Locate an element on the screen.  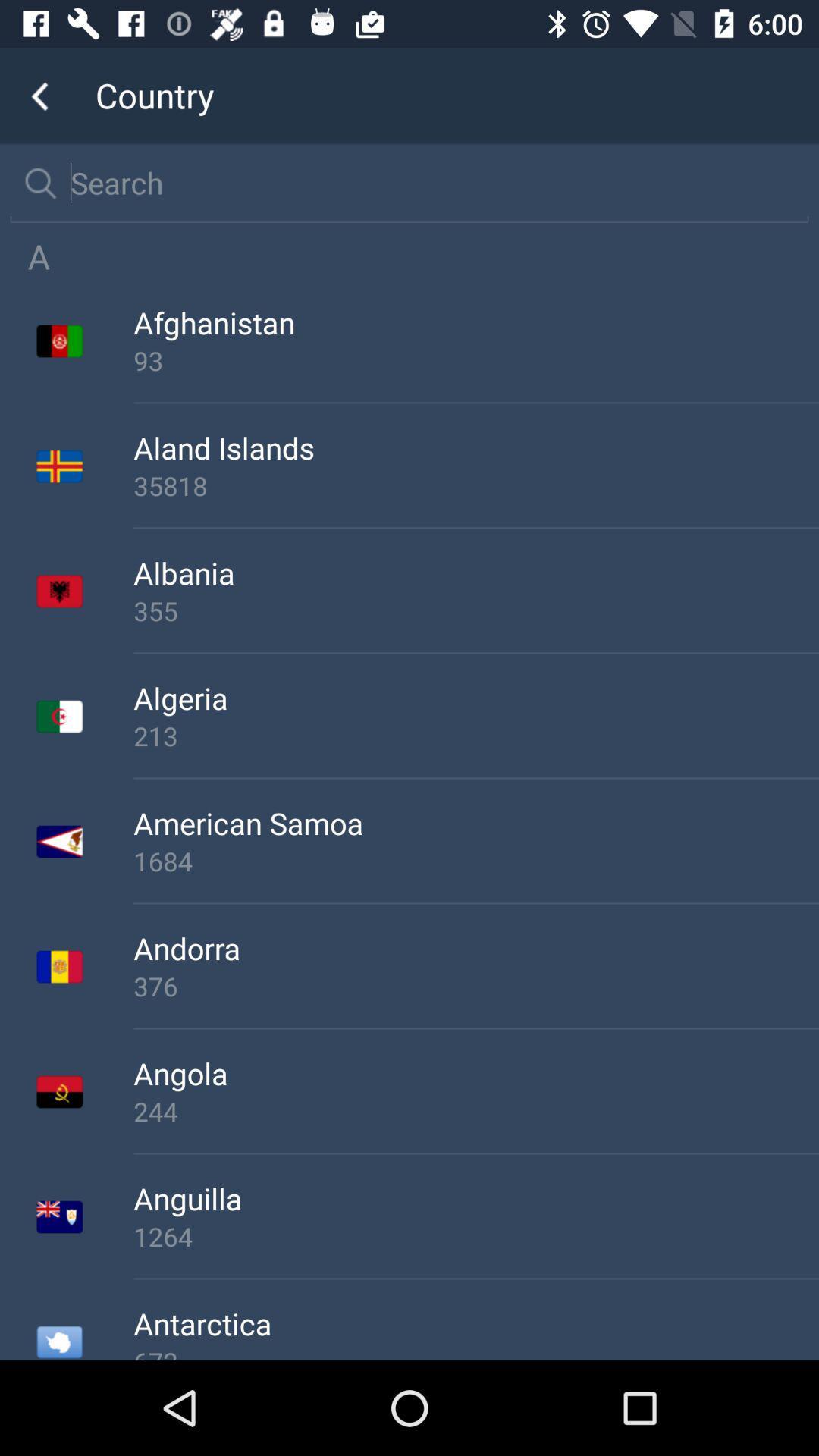
the item below angola app is located at coordinates (475, 1111).